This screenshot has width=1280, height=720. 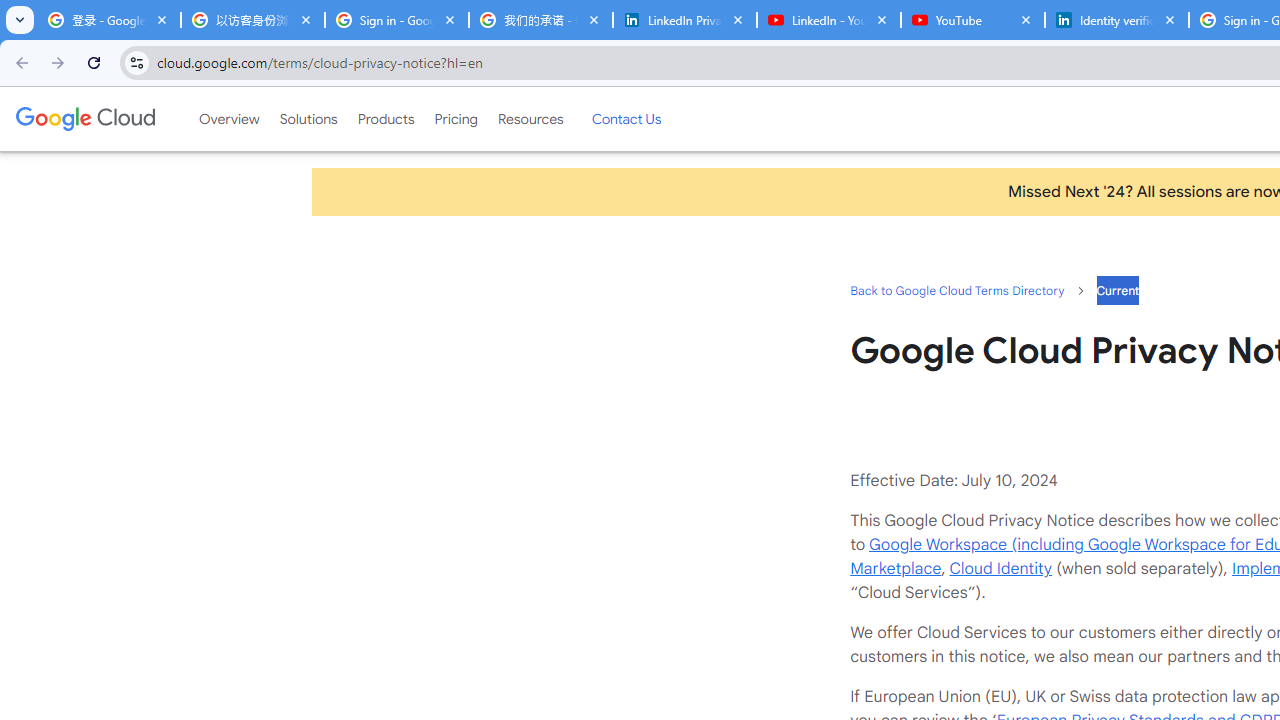 What do you see at coordinates (1000, 568) in the screenshot?
I see `'Cloud Identity'` at bounding box center [1000, 568].